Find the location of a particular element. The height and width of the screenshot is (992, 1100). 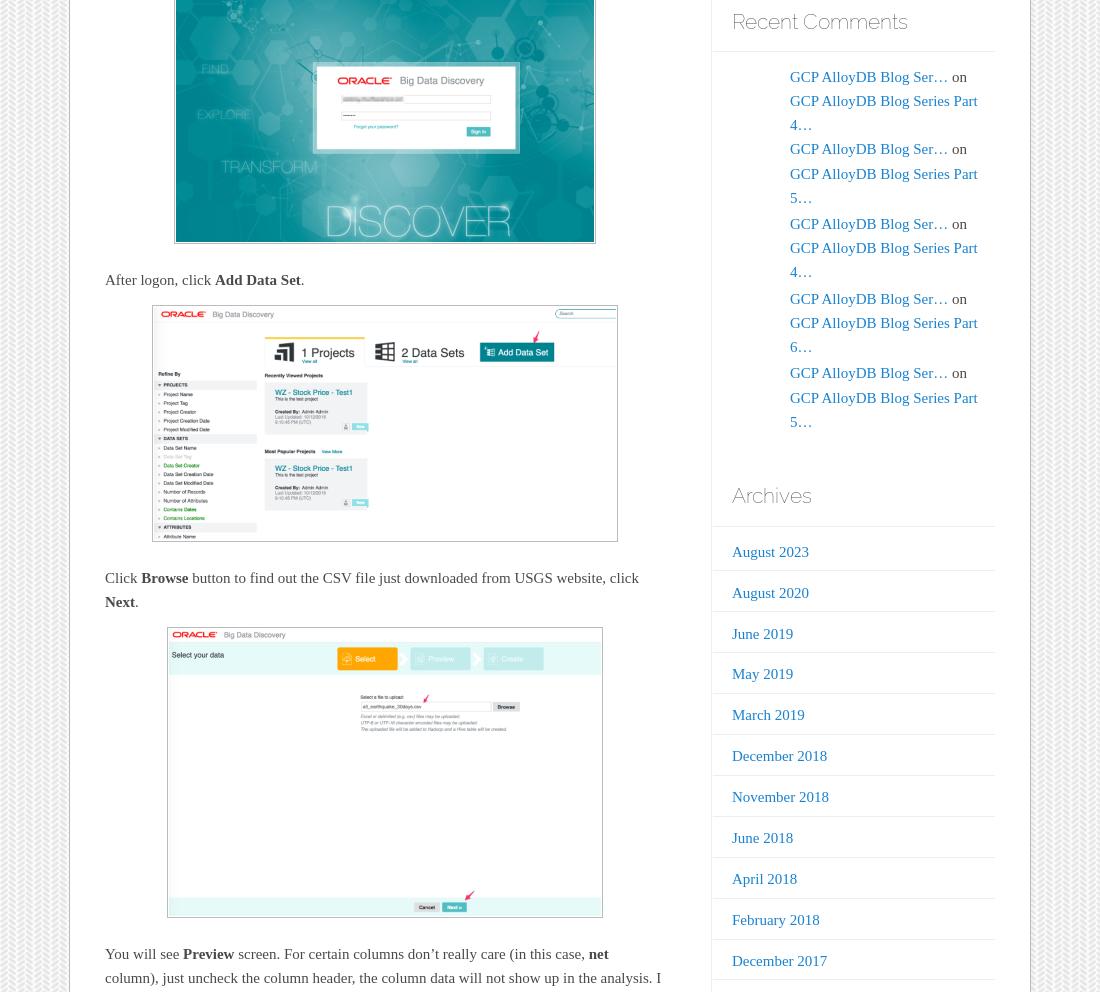

'August 2020' is located at coordinates (770, 591).